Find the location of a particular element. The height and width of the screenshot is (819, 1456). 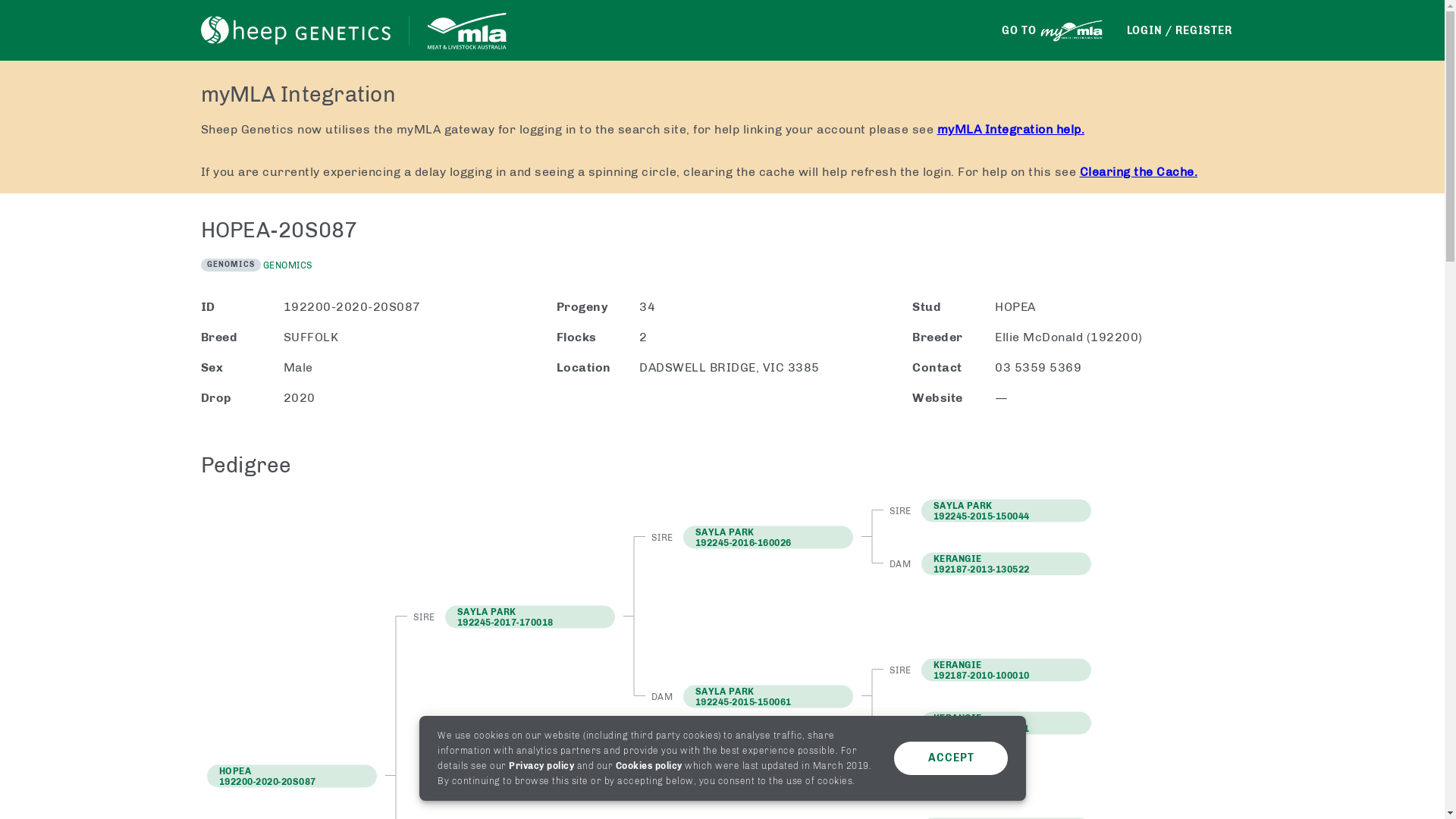

'GENOMICS' is located at coordinates (287, 263).